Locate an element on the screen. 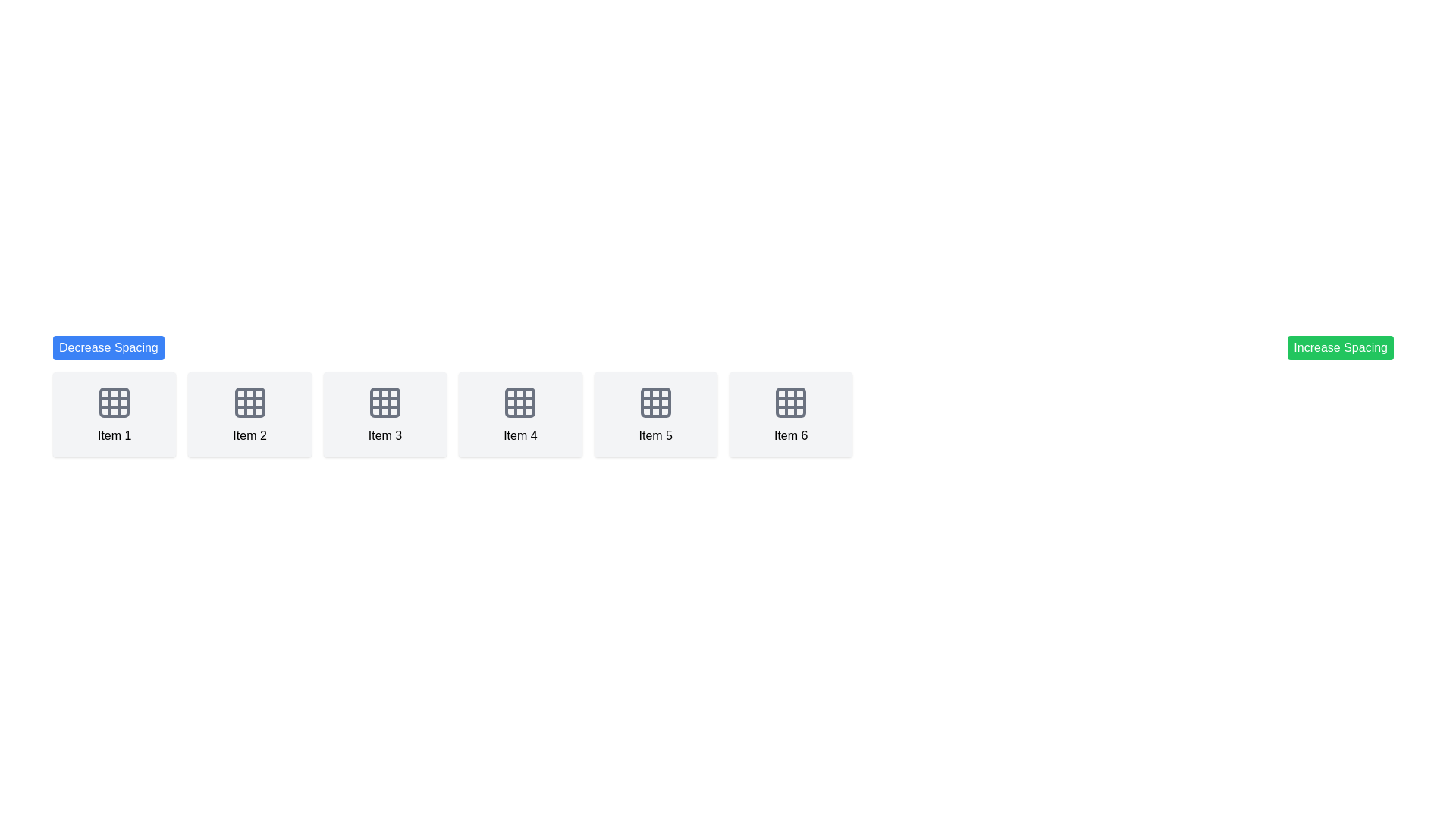 The width and height of the screenshot is (1456, 819). the grid icon with a 3x3 pattern located in the second item of the horizontally aligned sequence labeled 'Item 2' is located at coordinates (249, 402).